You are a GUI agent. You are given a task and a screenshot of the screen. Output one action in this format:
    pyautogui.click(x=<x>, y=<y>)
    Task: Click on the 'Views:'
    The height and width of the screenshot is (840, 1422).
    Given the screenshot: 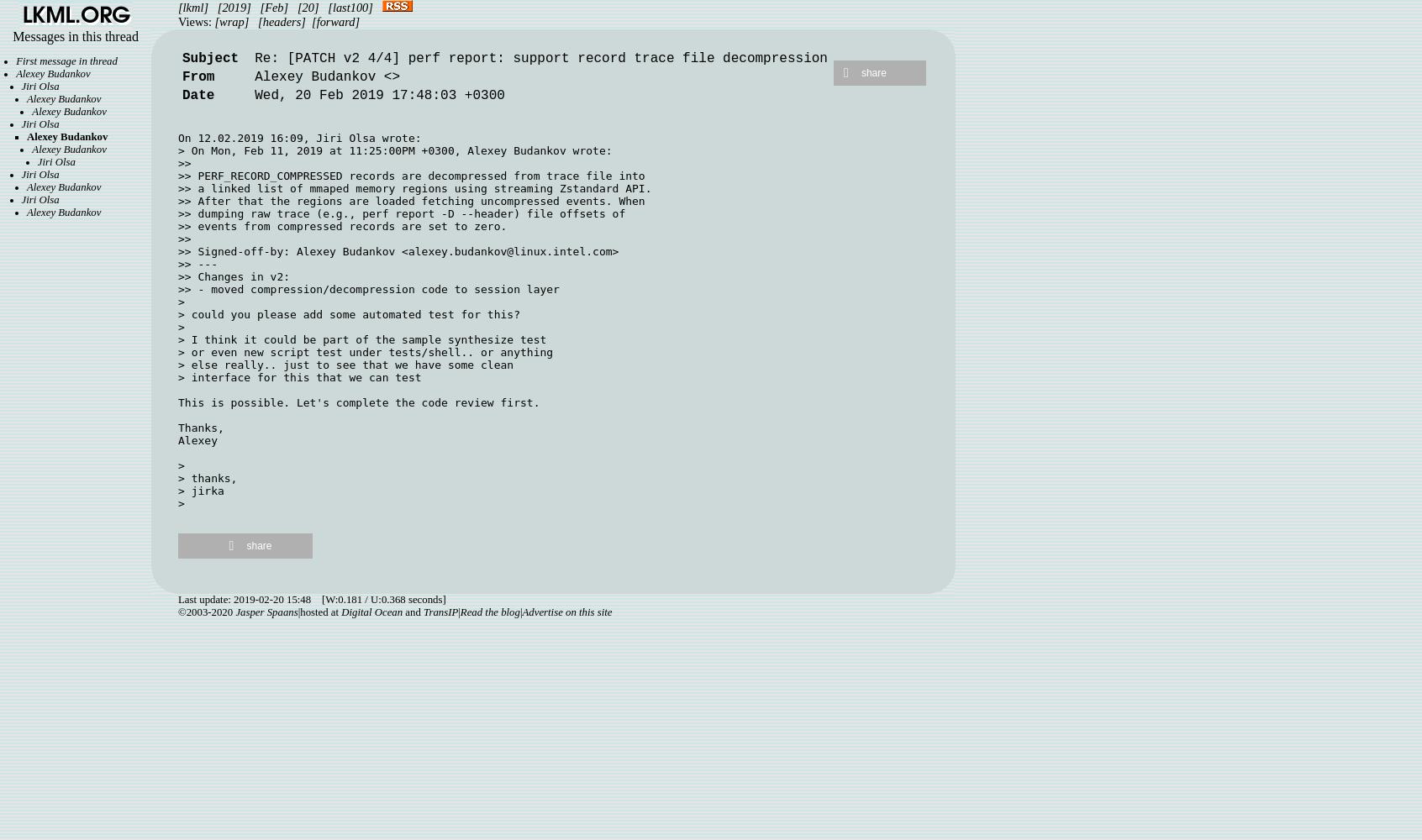 What is the action you would take?
    pyautogui.click(x=196, y=22)
    